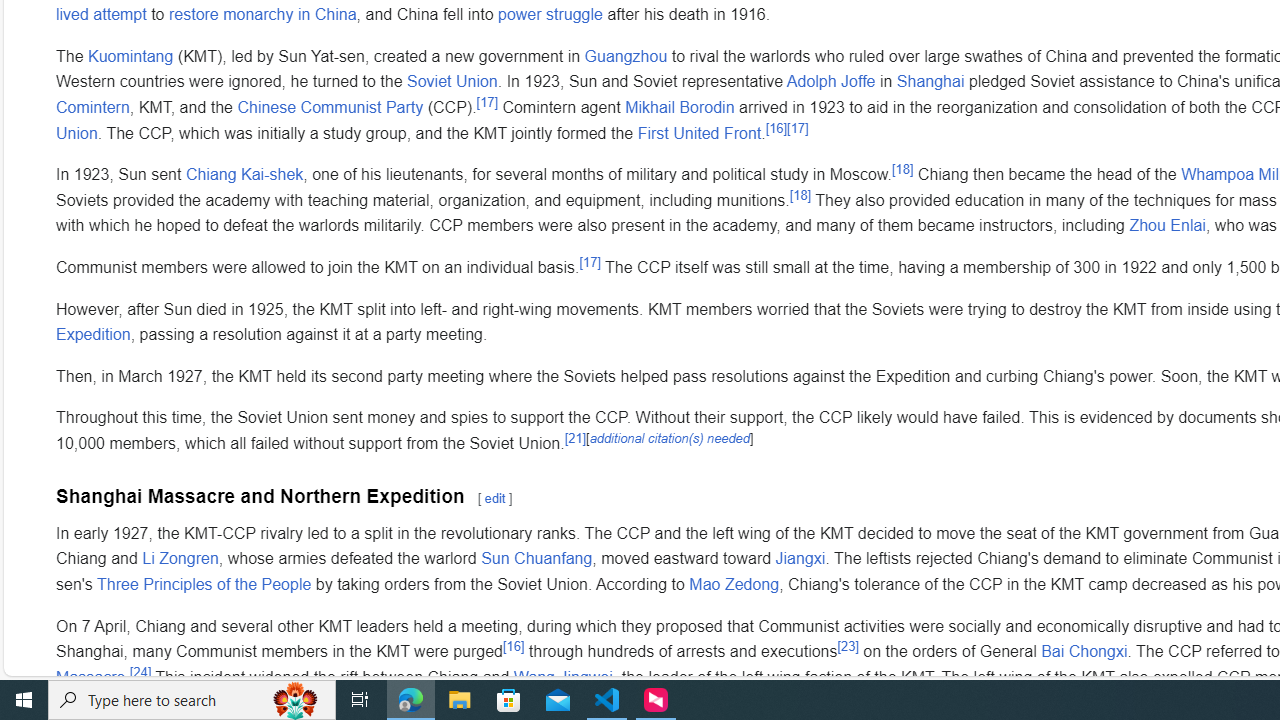 This screenshot has height=720, width=1280. What do you see at coordinates (130, 54) in the screenshot?
I see `'Kuomintang'` at bounding box center [130, 54].